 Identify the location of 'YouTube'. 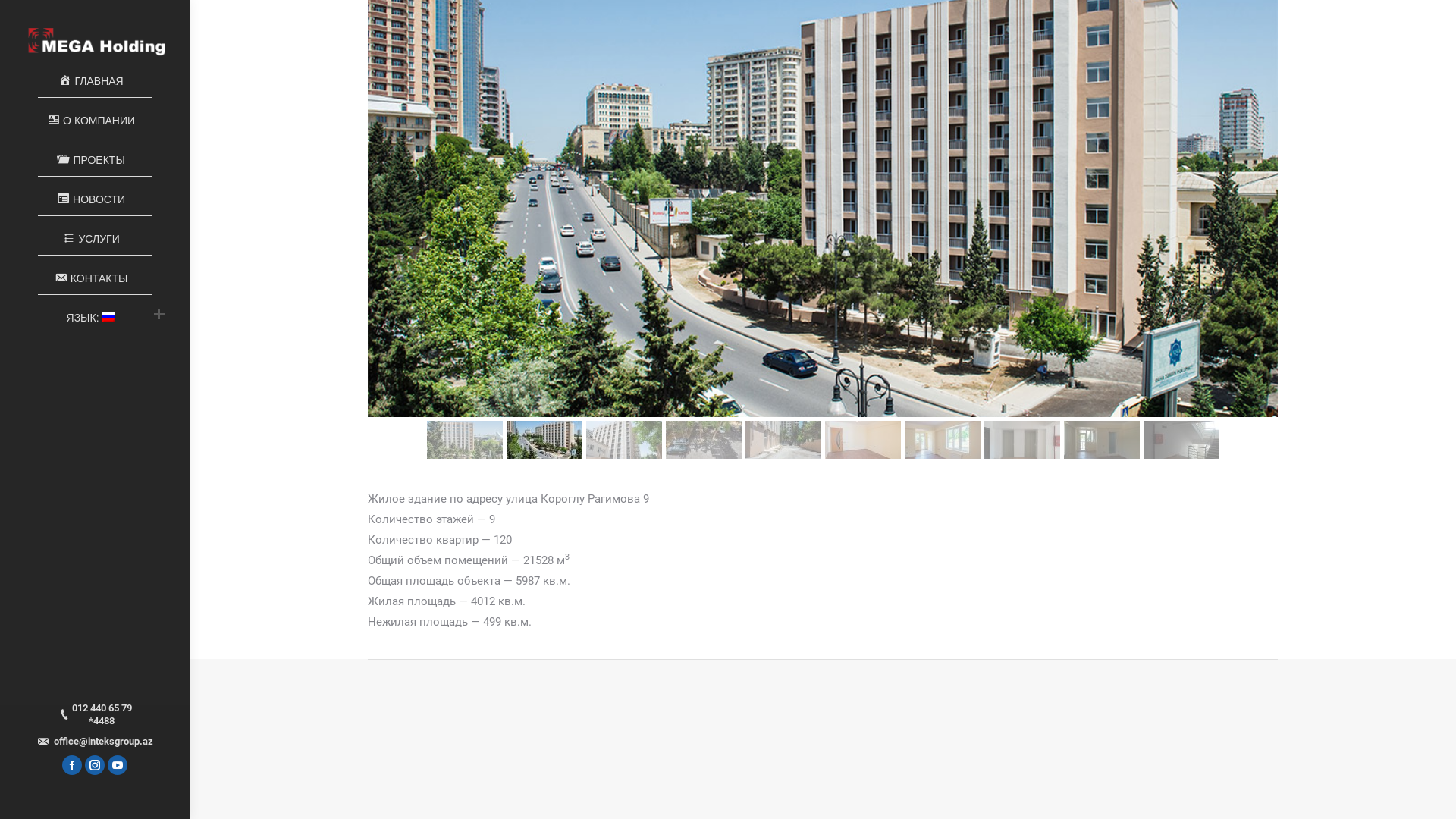
(116, 765).